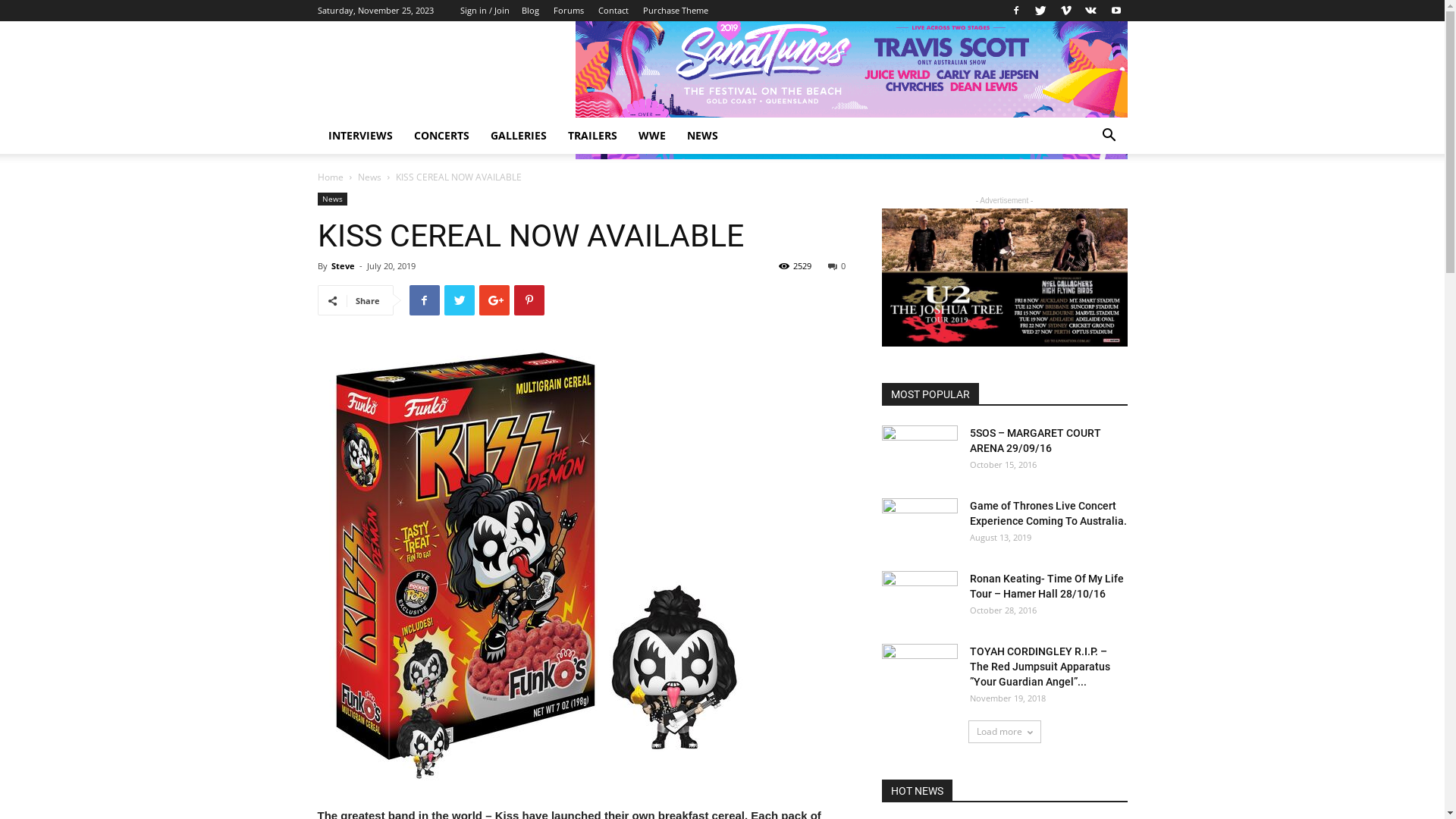 Image resolution: width=1456 pixels, height=819 pixels. I want to click on 'Purchase Theme', so click(675, 10).